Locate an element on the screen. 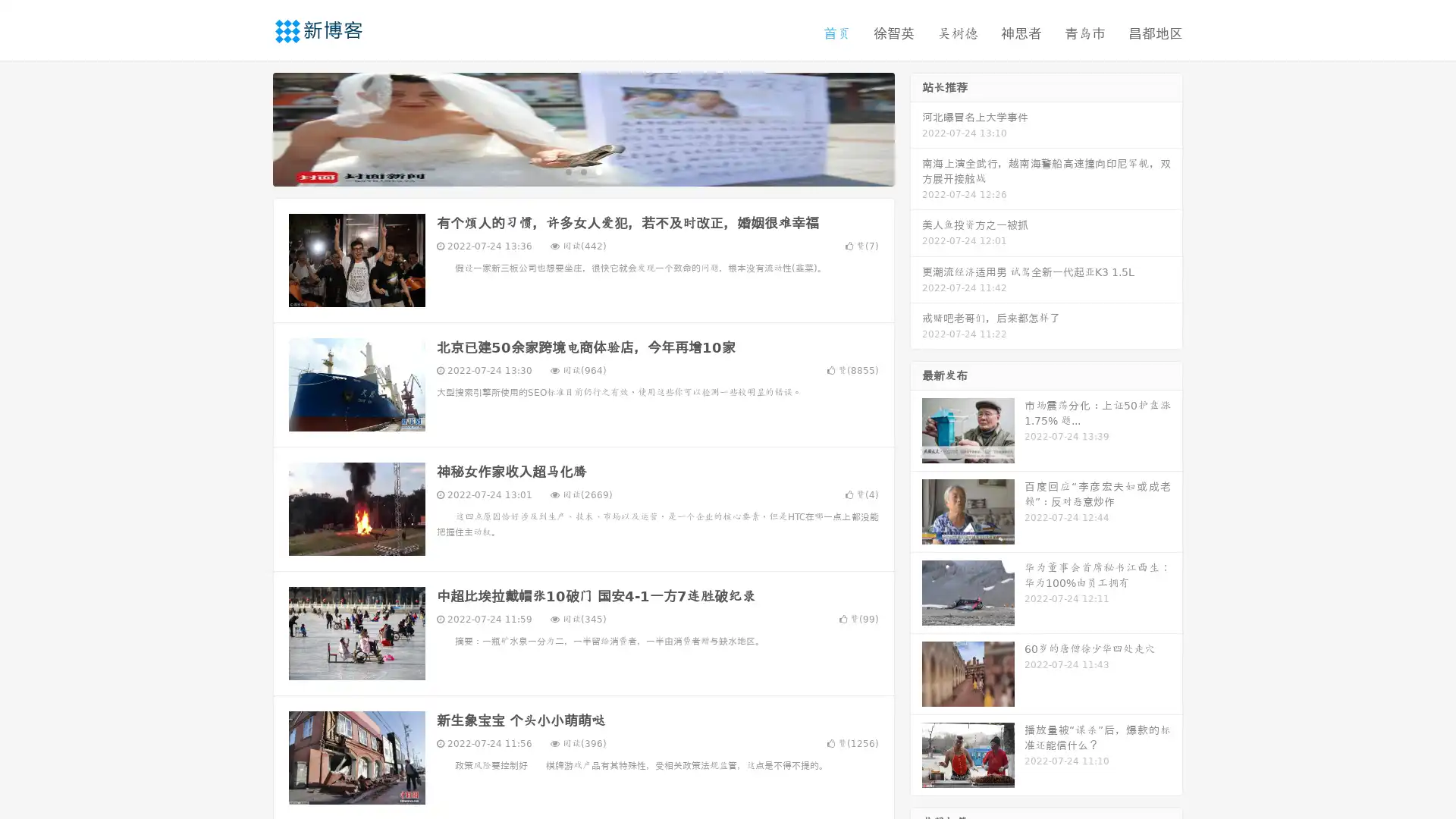 This screenshot has width=1456, height=819. Previous slide is located at coordinates (250, 127).